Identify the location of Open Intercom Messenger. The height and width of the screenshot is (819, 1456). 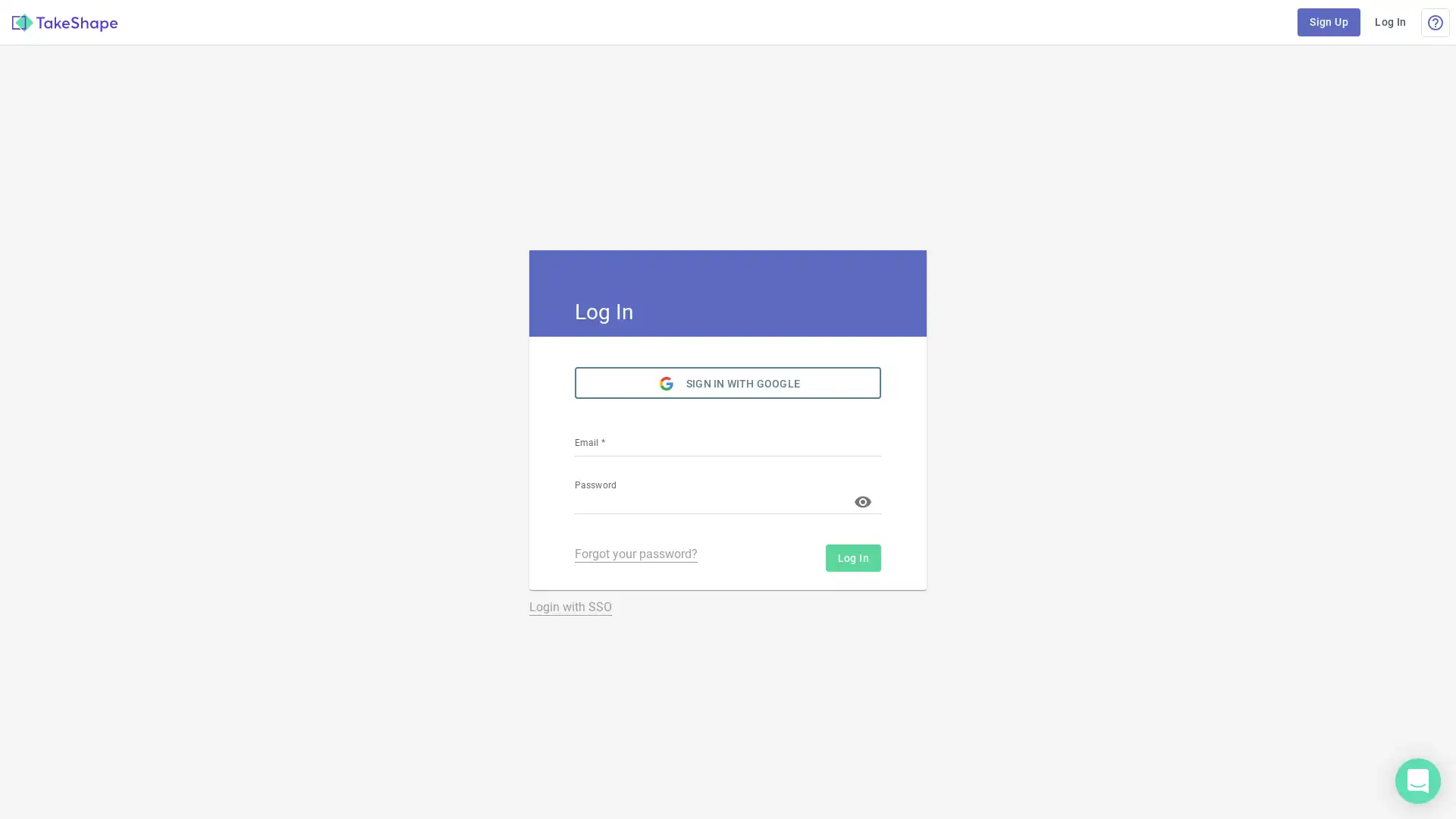
(1417, 780).